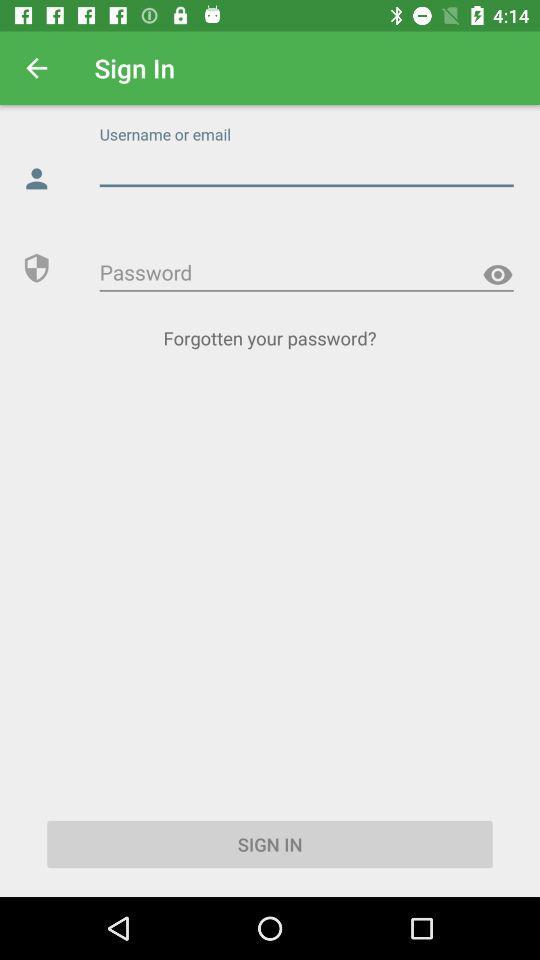  I want to click on look at password, so click(496, 274).